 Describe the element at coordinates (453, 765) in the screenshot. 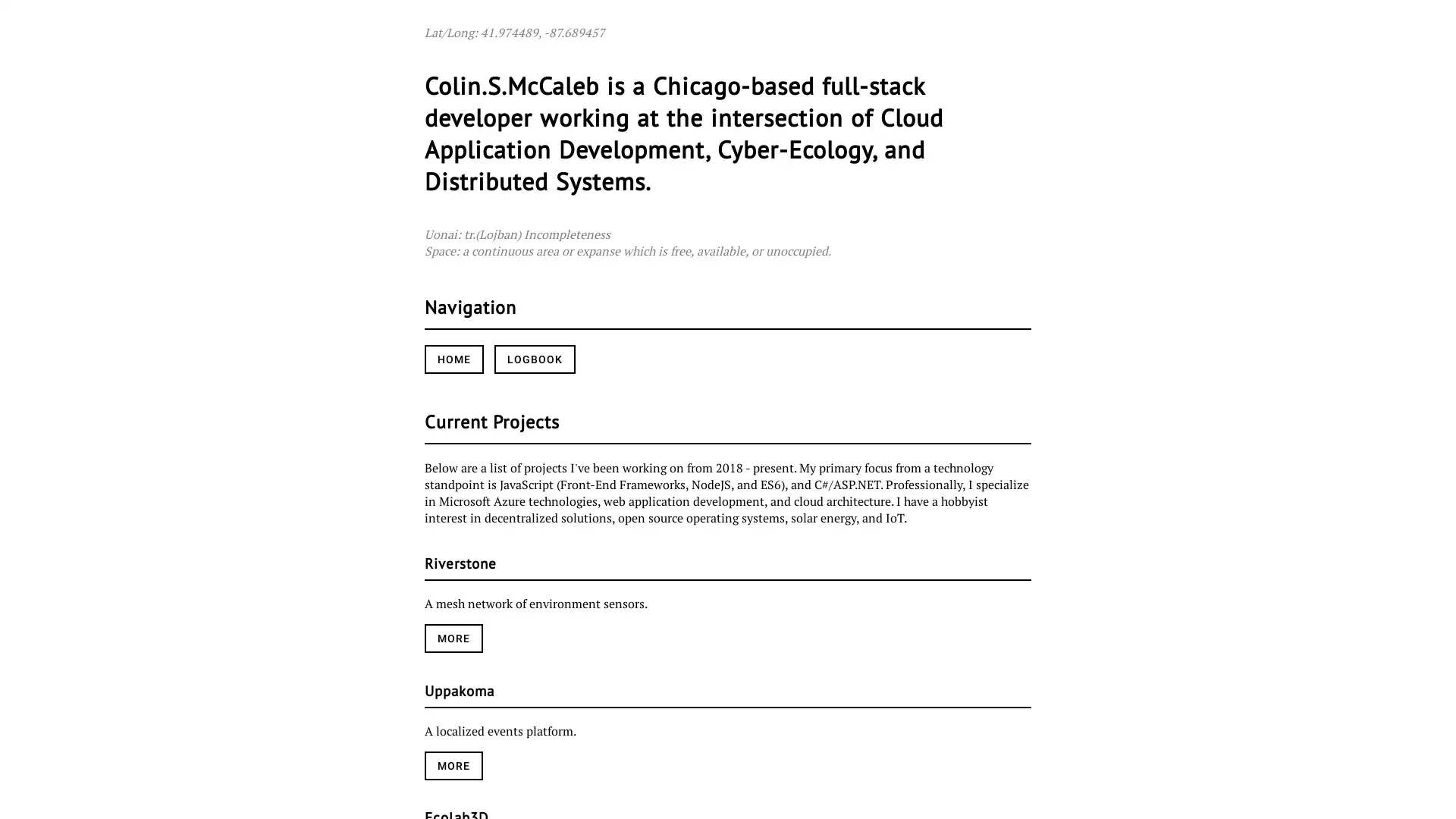

I see `MORE` at that location.